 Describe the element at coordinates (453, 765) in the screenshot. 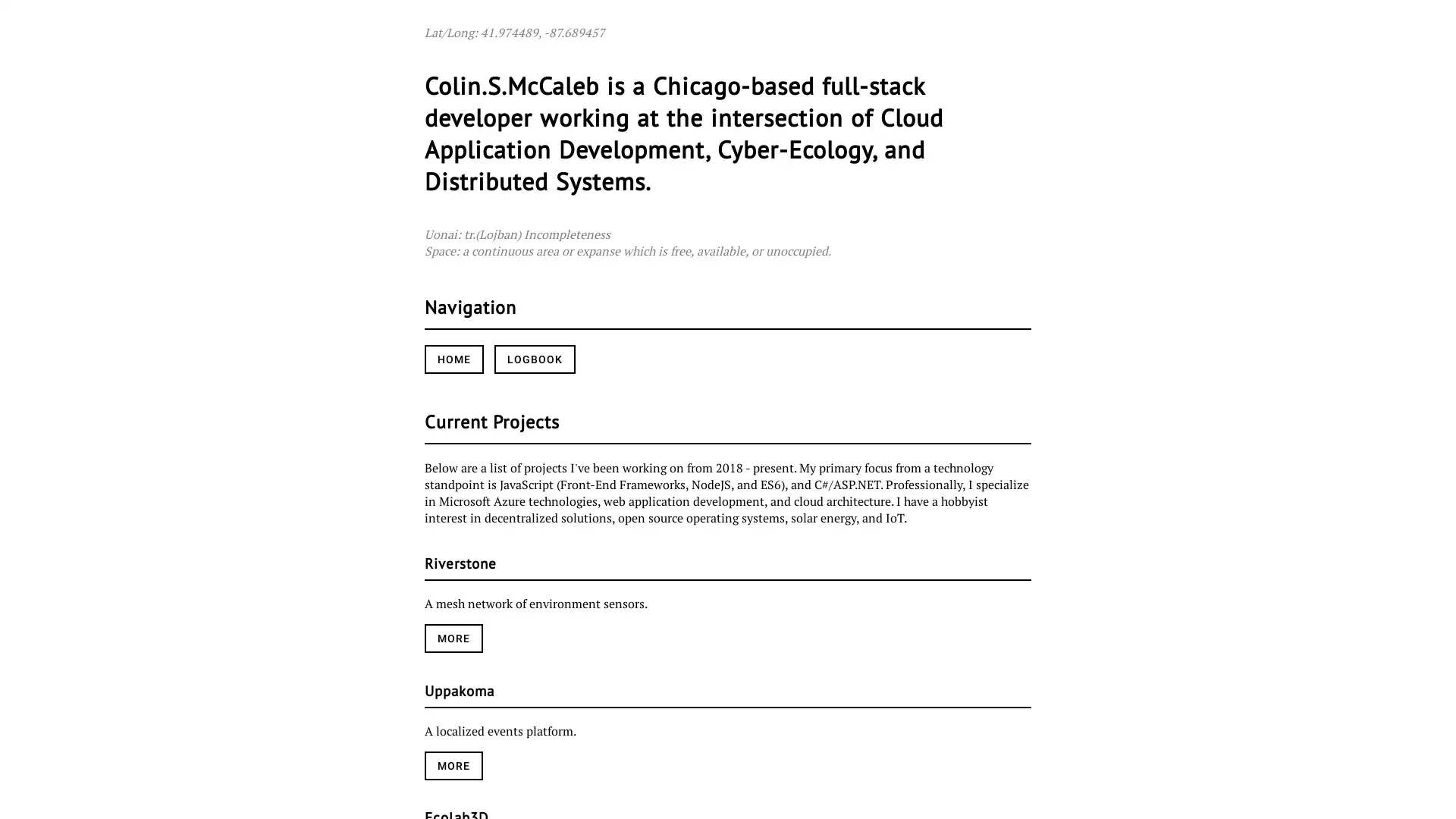

I see `MORE` at that location.